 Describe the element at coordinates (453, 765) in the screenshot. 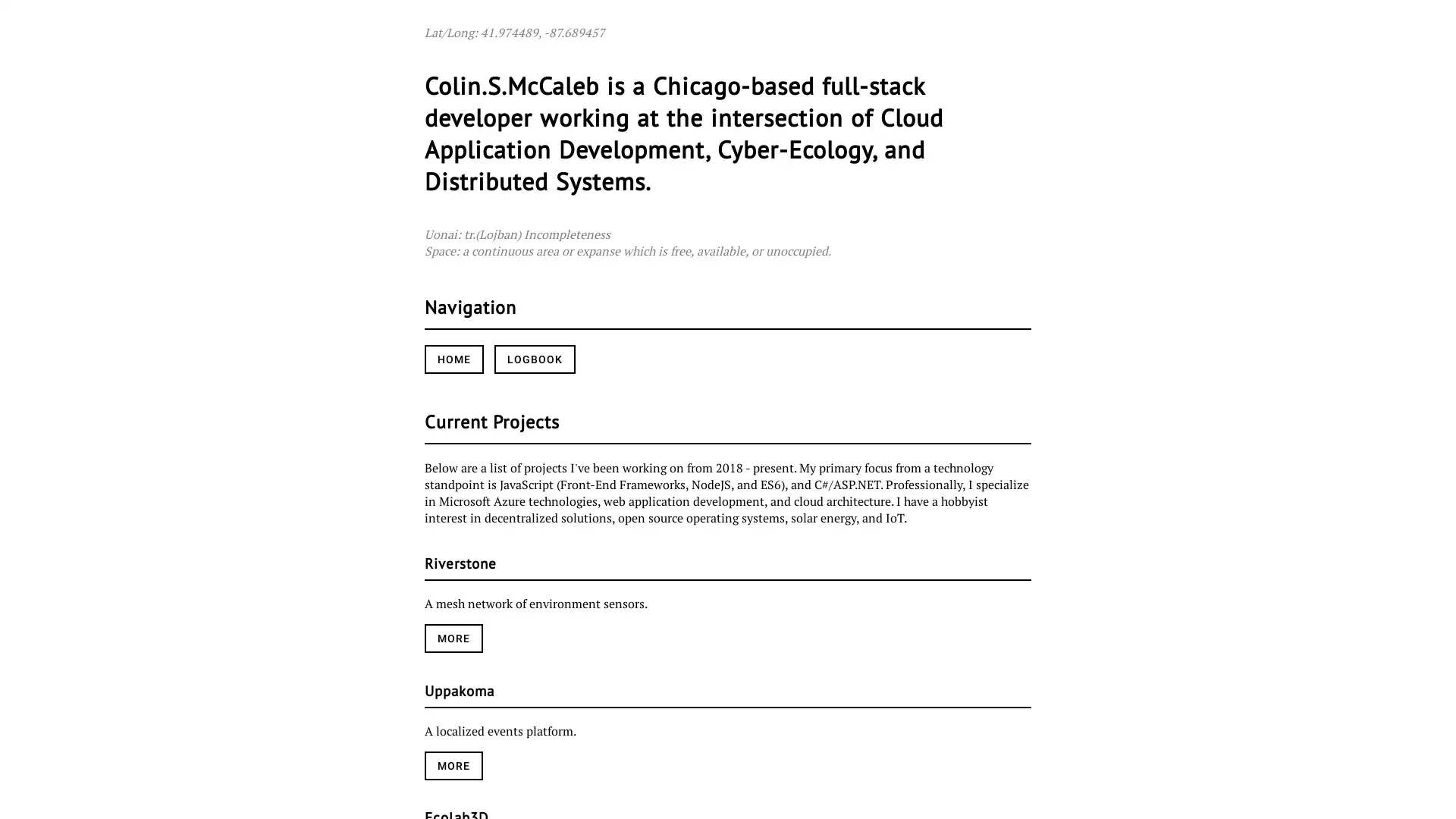

I see `MORE` at that location.